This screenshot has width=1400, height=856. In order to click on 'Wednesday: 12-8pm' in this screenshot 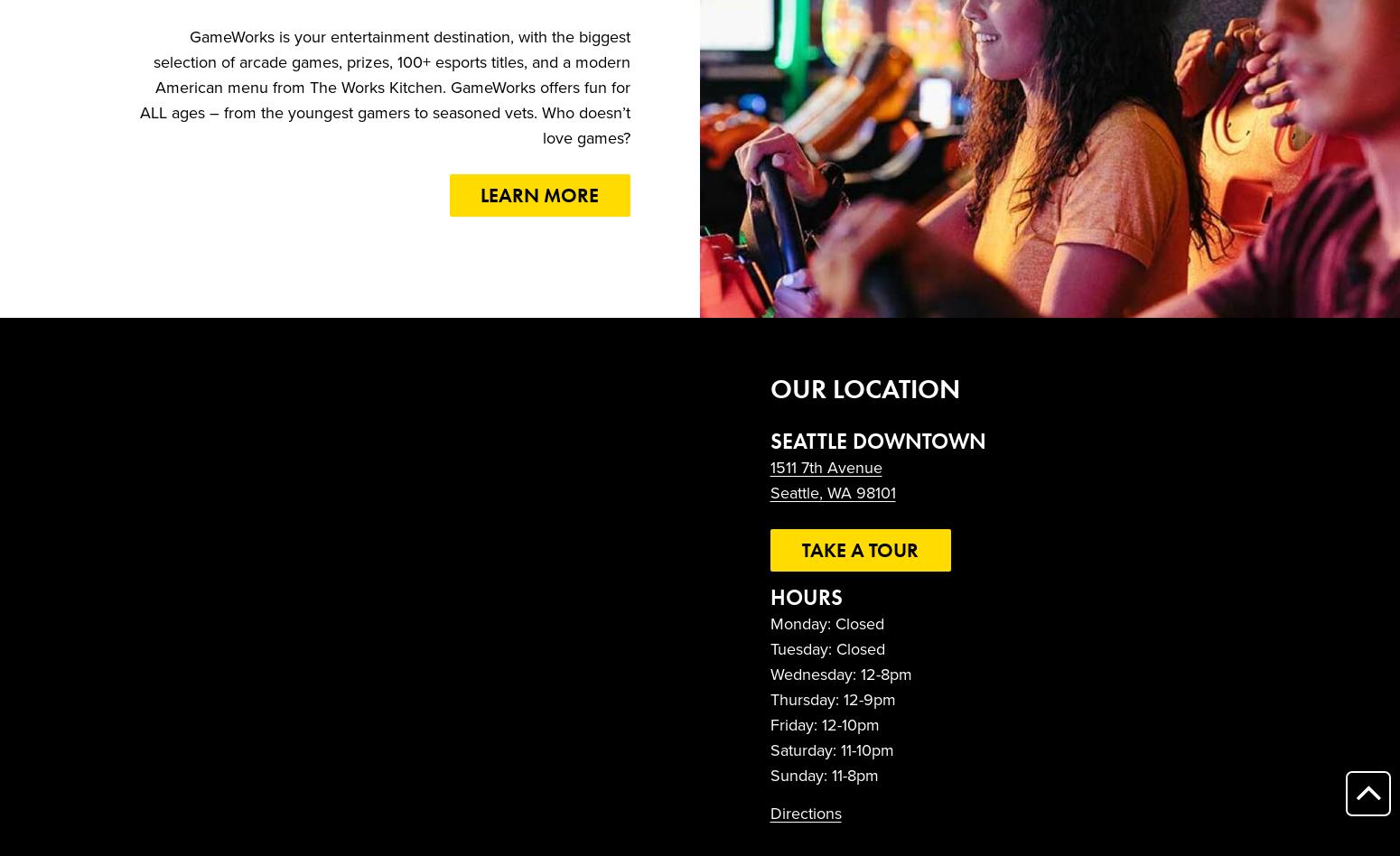, I will do `click(840, 675)`.